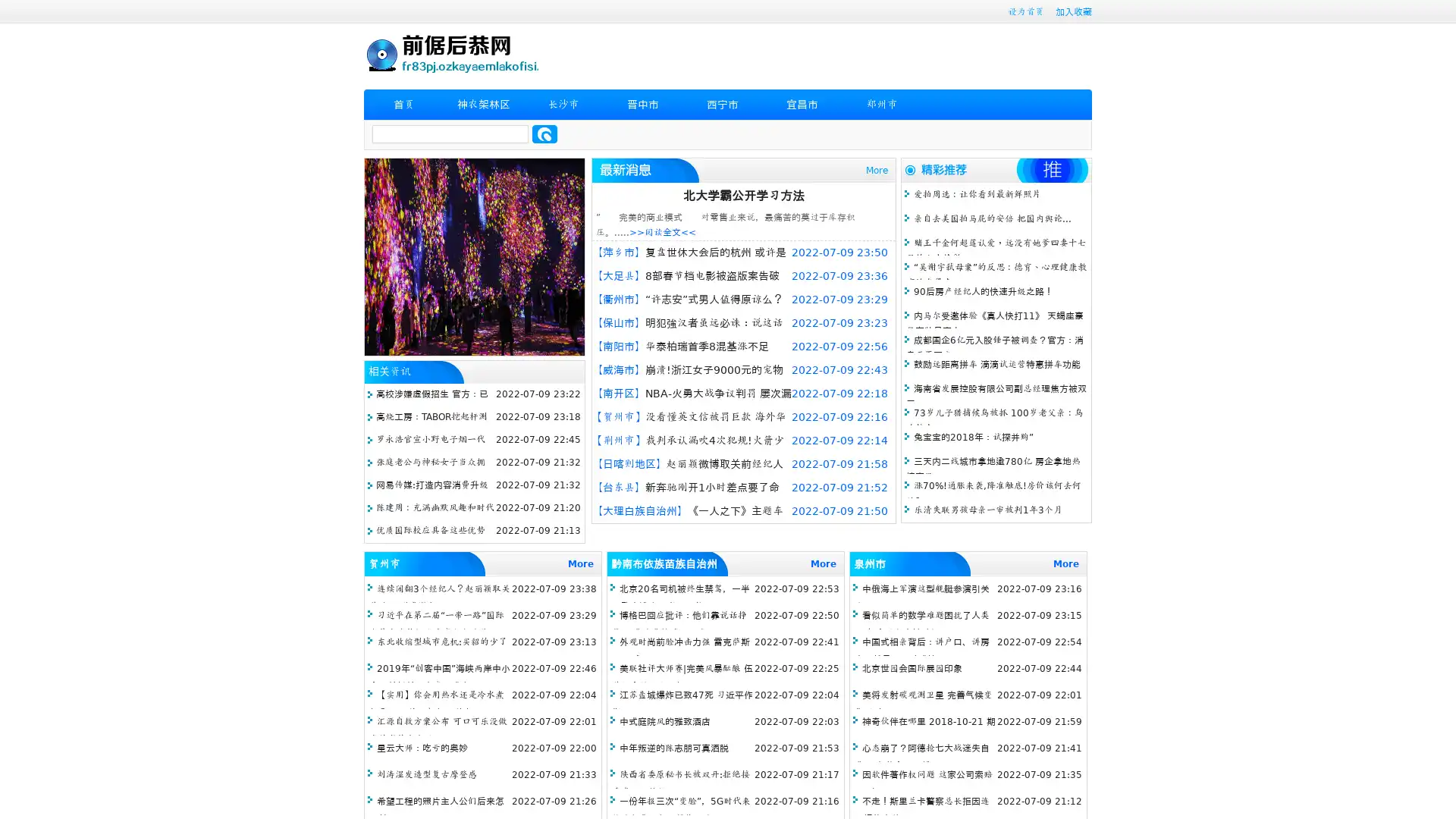  I want to click on Search, so click(544, 133).